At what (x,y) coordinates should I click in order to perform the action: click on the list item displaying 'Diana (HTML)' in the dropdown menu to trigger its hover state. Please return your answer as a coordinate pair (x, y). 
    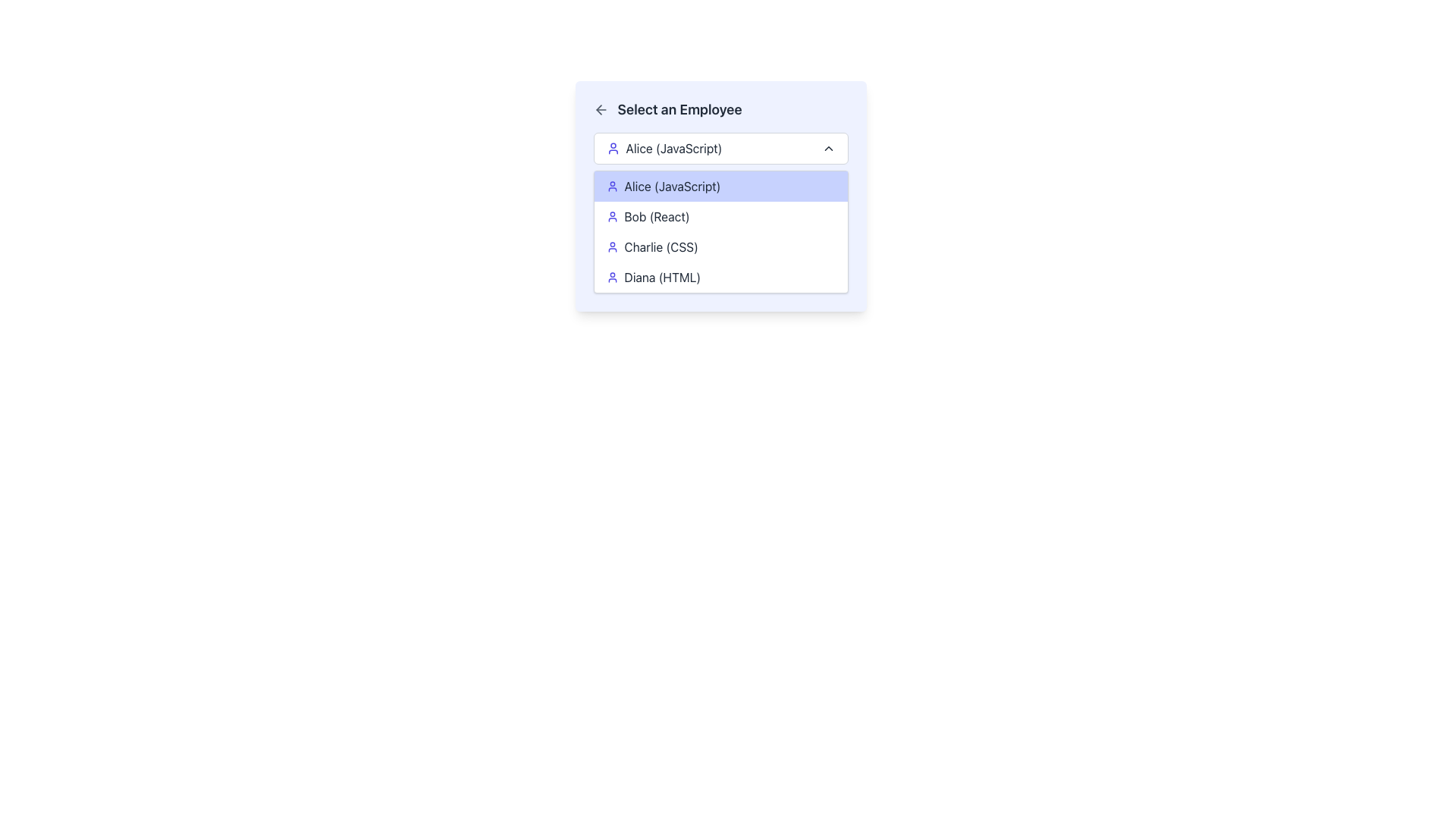
    Looking at the image, I should click on (720, 278).